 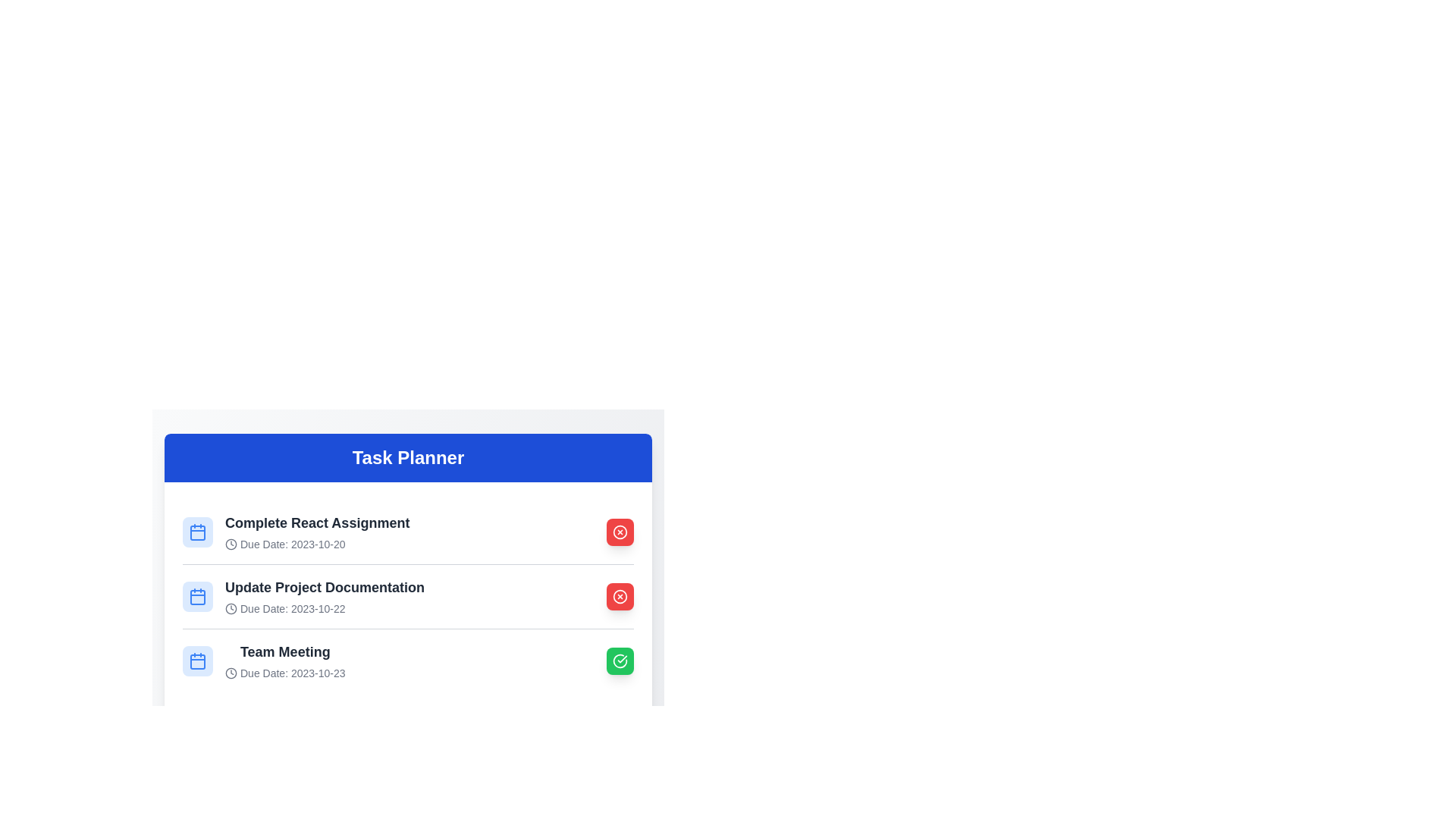 I want to click on displayed information from the second task item in the Task Planner section, which shows the task's title and due date, so click(x=408, y=595).